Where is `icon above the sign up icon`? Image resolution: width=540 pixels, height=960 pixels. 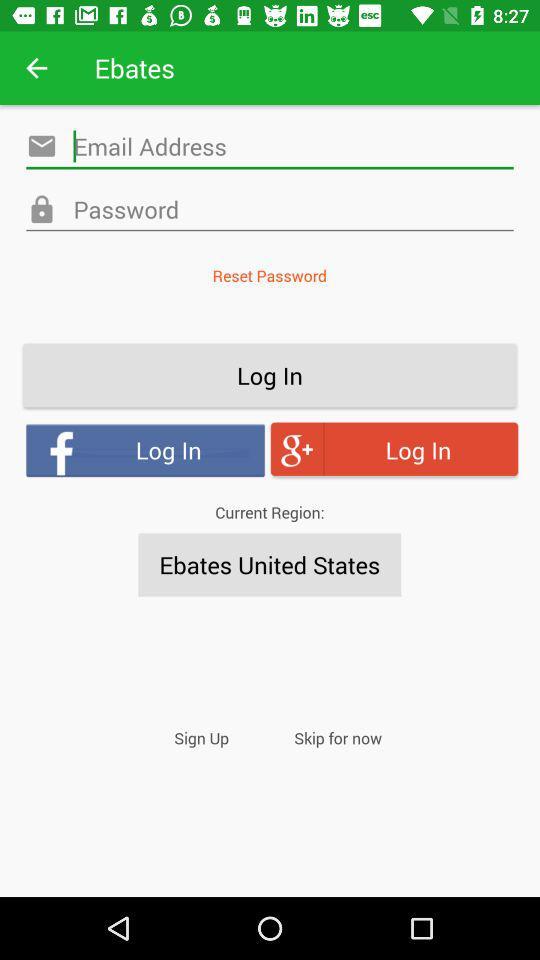
icon above the sign up icon is located at coordinates (269, 565).